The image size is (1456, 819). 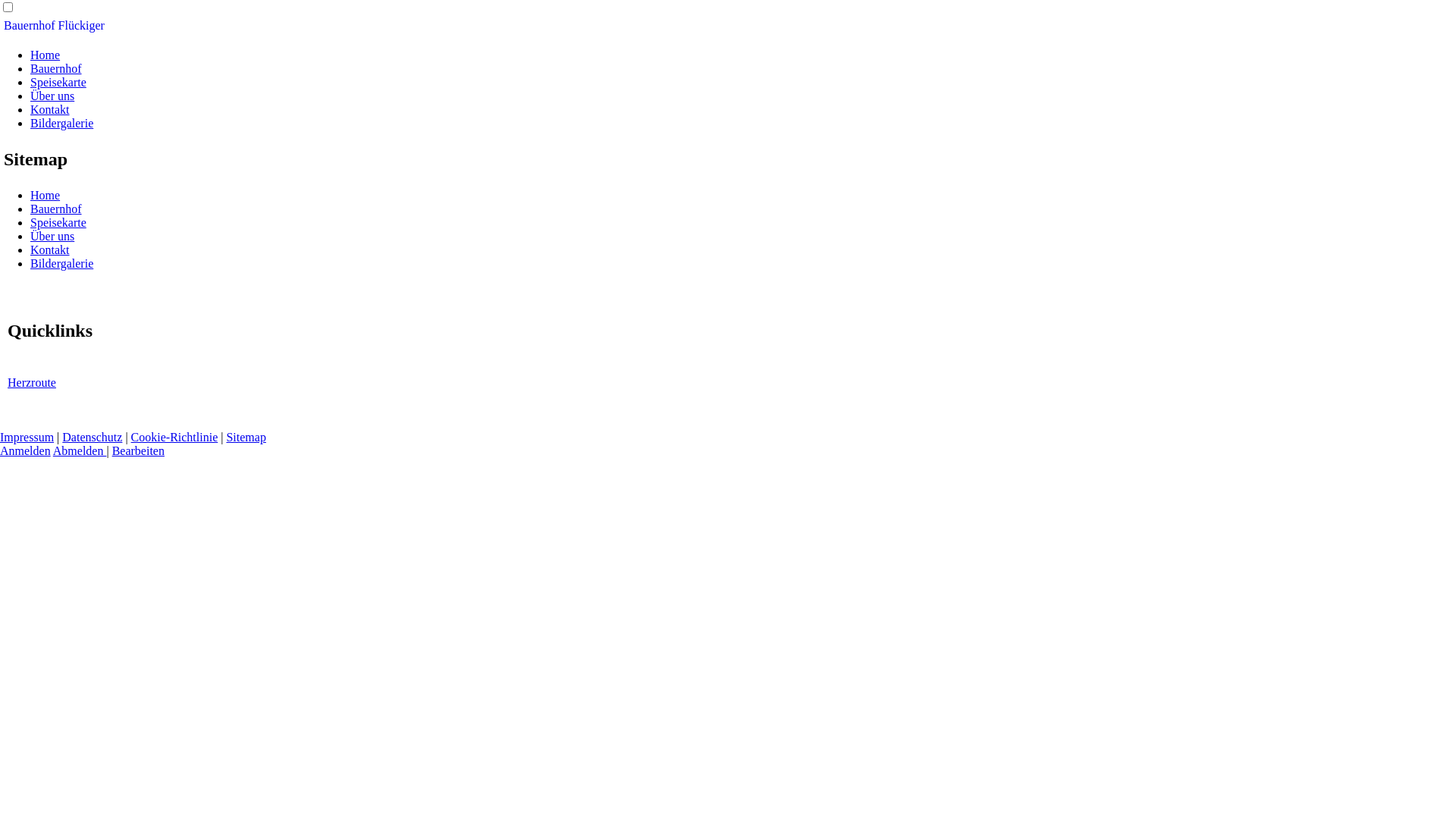 What do you see at coordinates (55, 68) in the screenshot?
I see `'Bauernhof'` at bounding box center [55, 68].